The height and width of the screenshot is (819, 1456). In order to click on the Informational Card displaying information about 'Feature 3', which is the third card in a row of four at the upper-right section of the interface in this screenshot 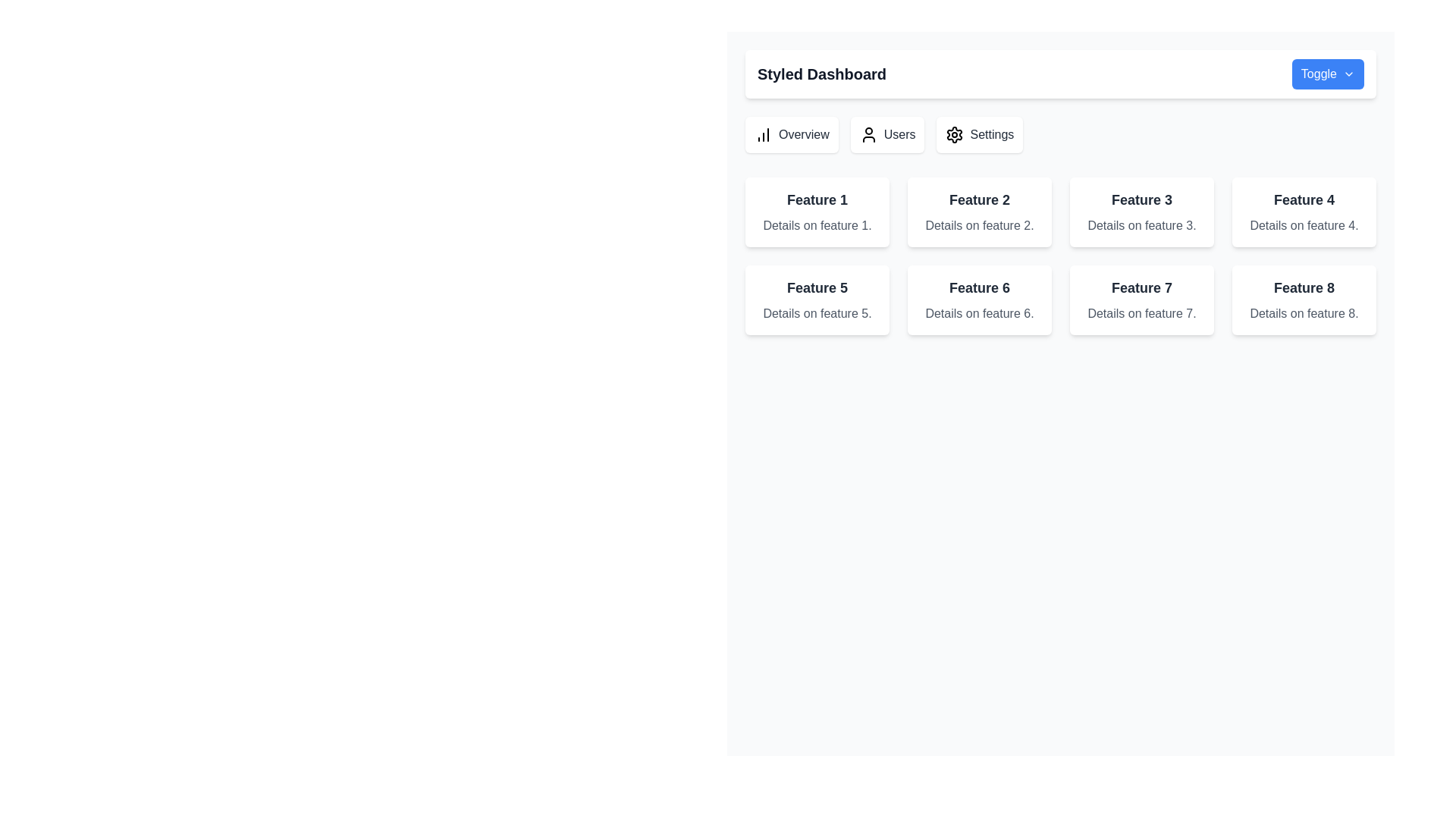, I will do `click(1142, 212)`.